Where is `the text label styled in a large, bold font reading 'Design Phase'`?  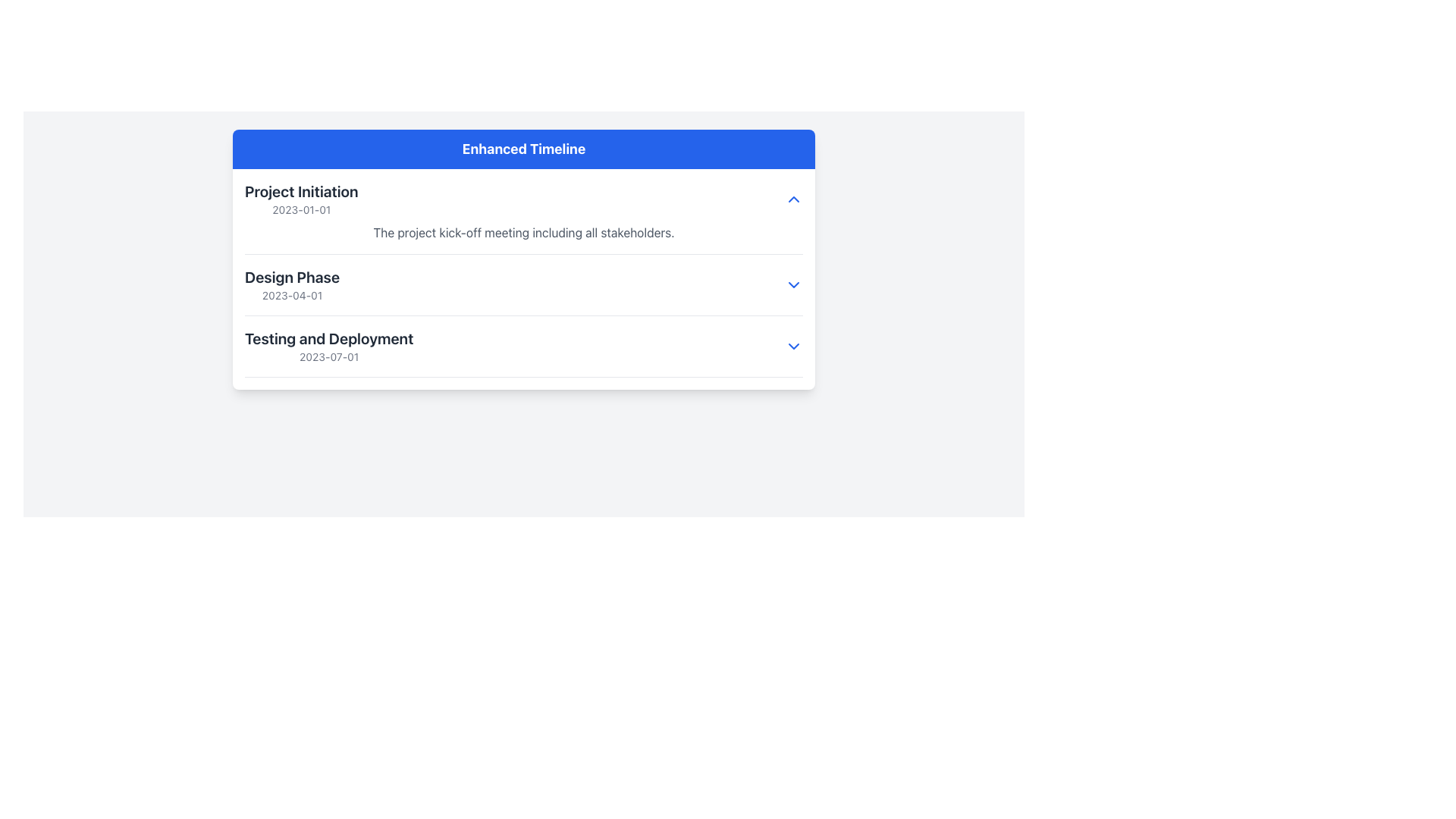
the text label styled in a large, bold font reading 'Design Phase' is located at coordinates (292, 278).